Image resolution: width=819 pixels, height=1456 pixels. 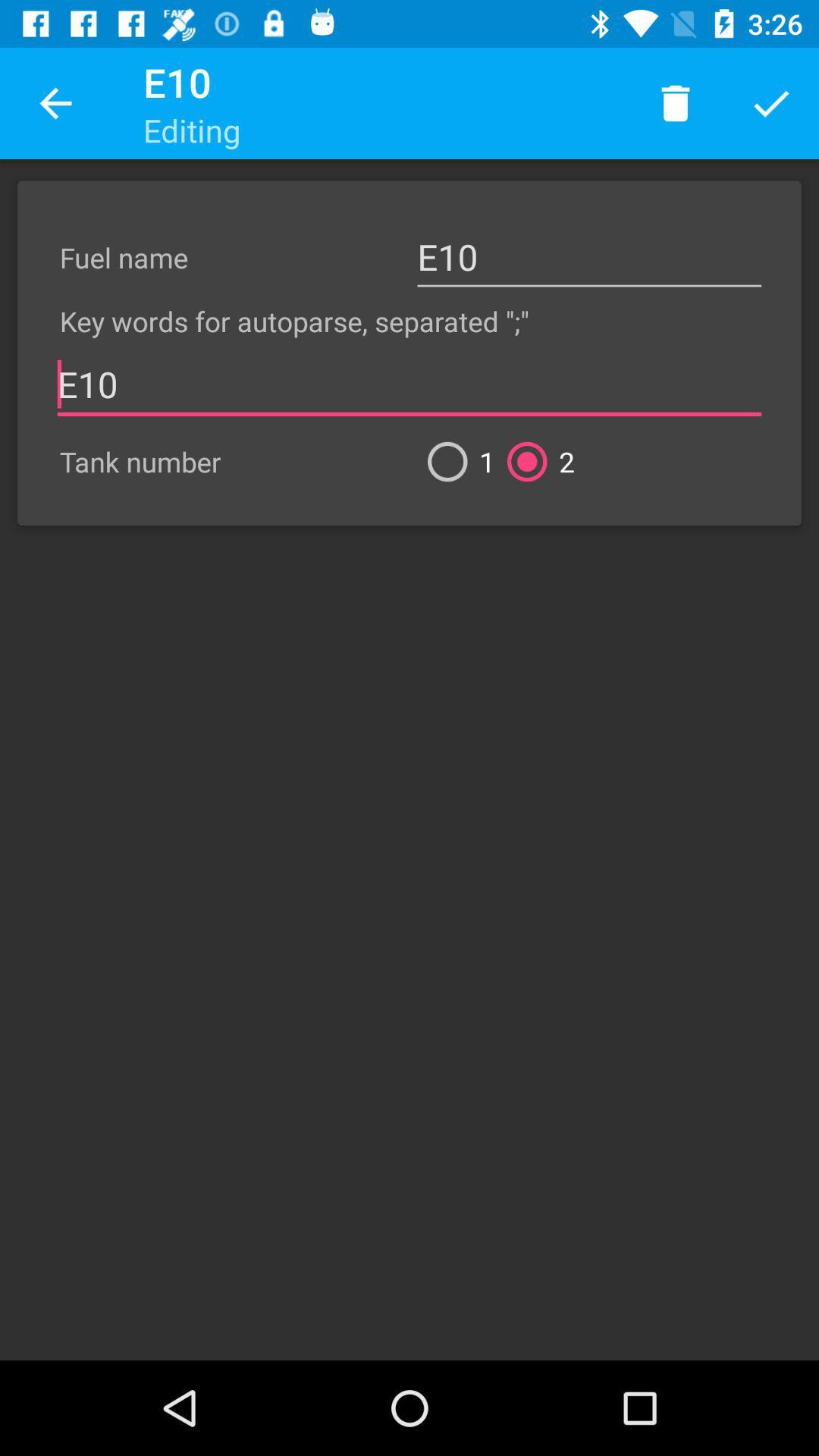 I want to click on item next to e10, so click(x=55, y=102).